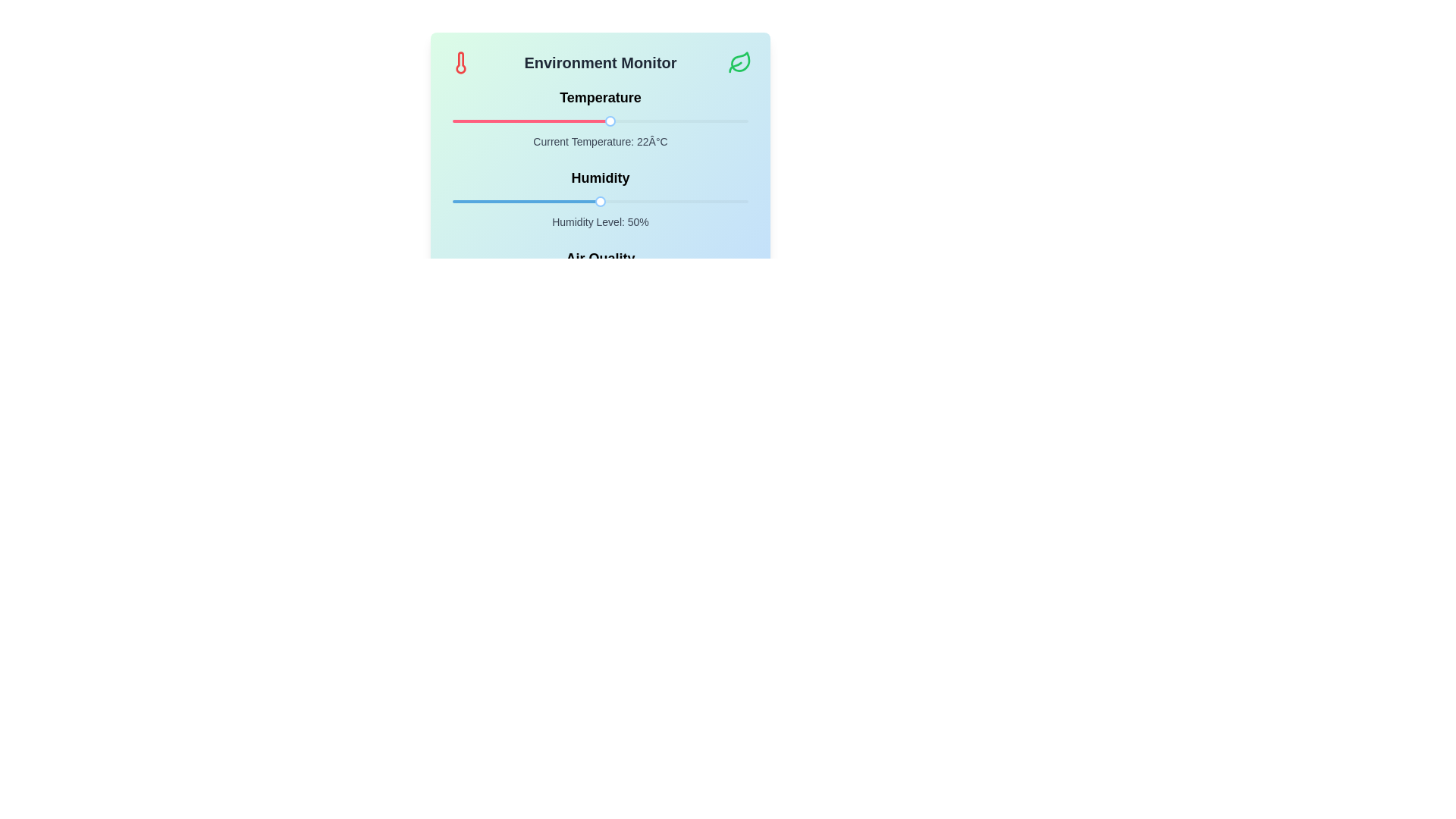 This screenshot has width=1456, height=819. Describe the element at coordinates (739, 62) in the screenshot. I see `the environmental indicator icon located in the top-right corner of the 'Environment Monitor' module header` at that location.